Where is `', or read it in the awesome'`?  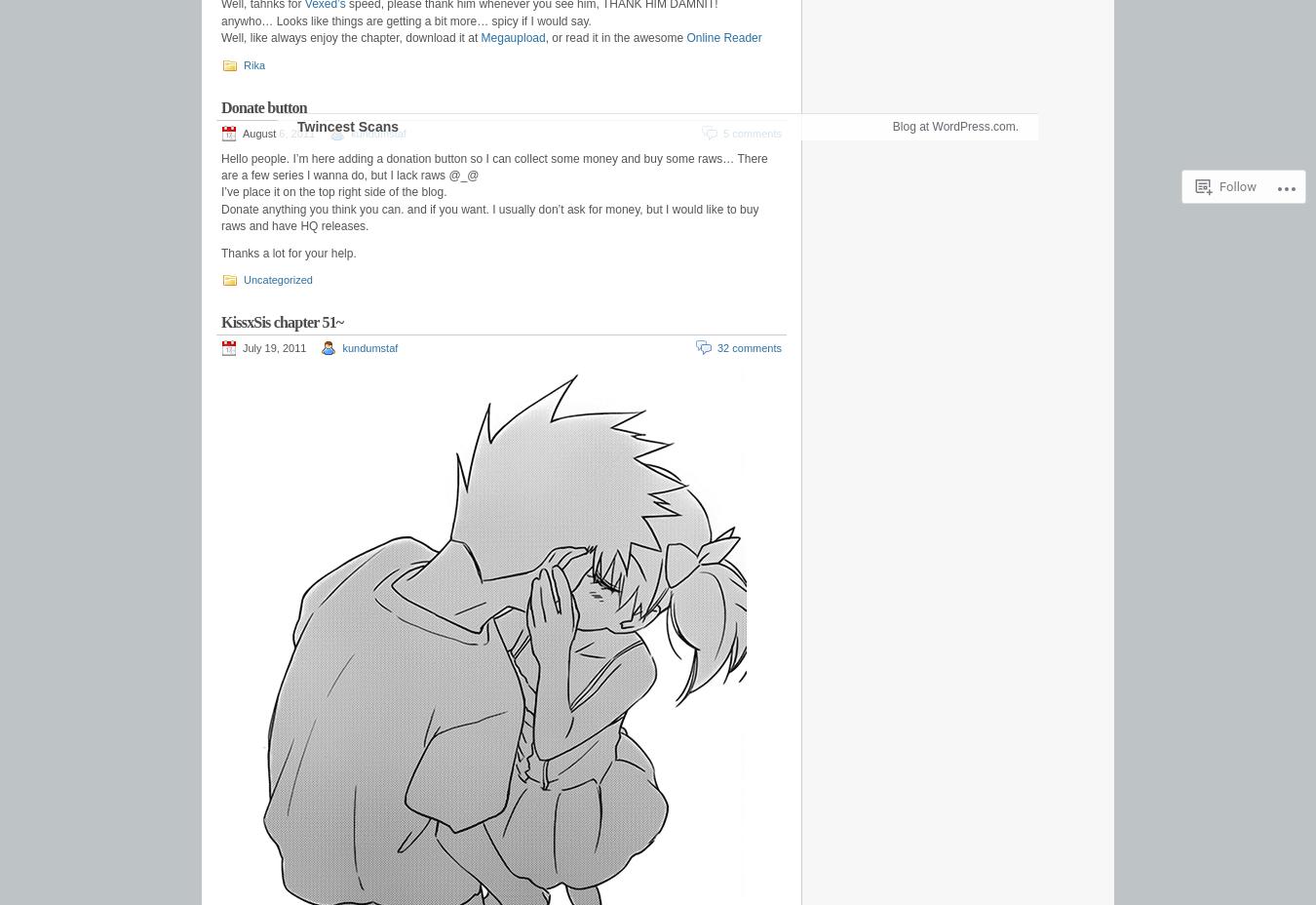
', or read it in the awesome' is located at coordinates (615, 36).